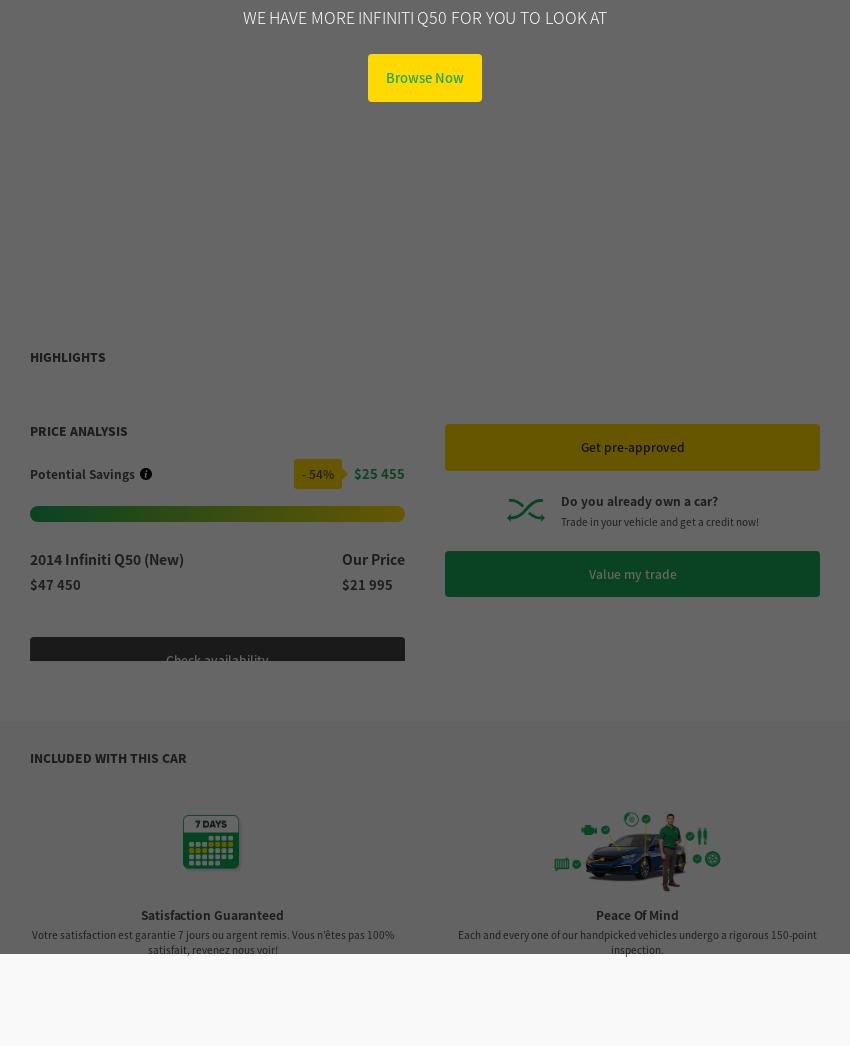 This screenshot has width=850, height=1046. What do you see at coordinates (29, 379) in the screenshot?
I see `'Included with this car'` at bounding box center [29, 379].